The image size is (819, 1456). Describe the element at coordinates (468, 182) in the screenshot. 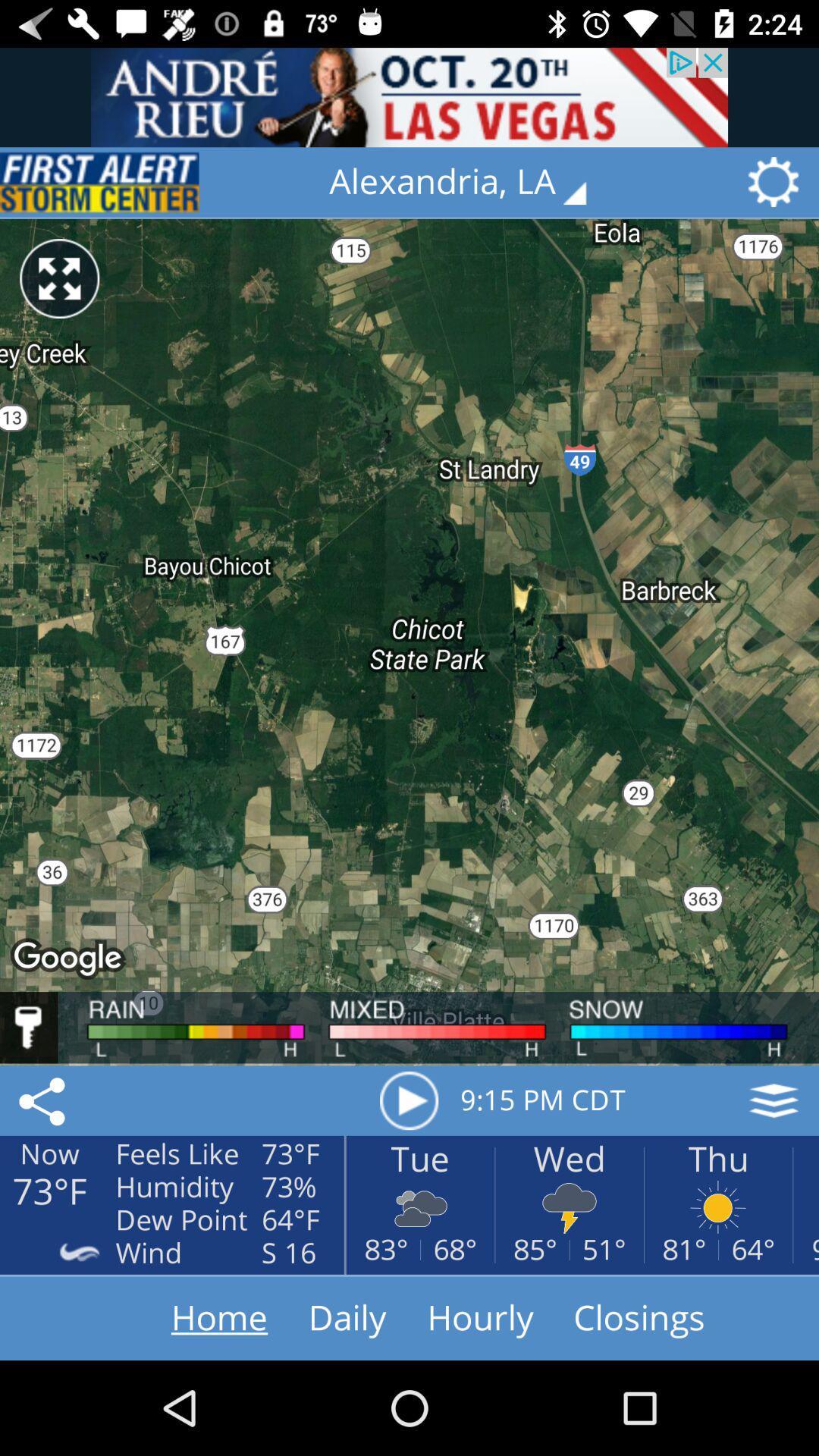

I see `tap on the option with text alexandria la` at that location.